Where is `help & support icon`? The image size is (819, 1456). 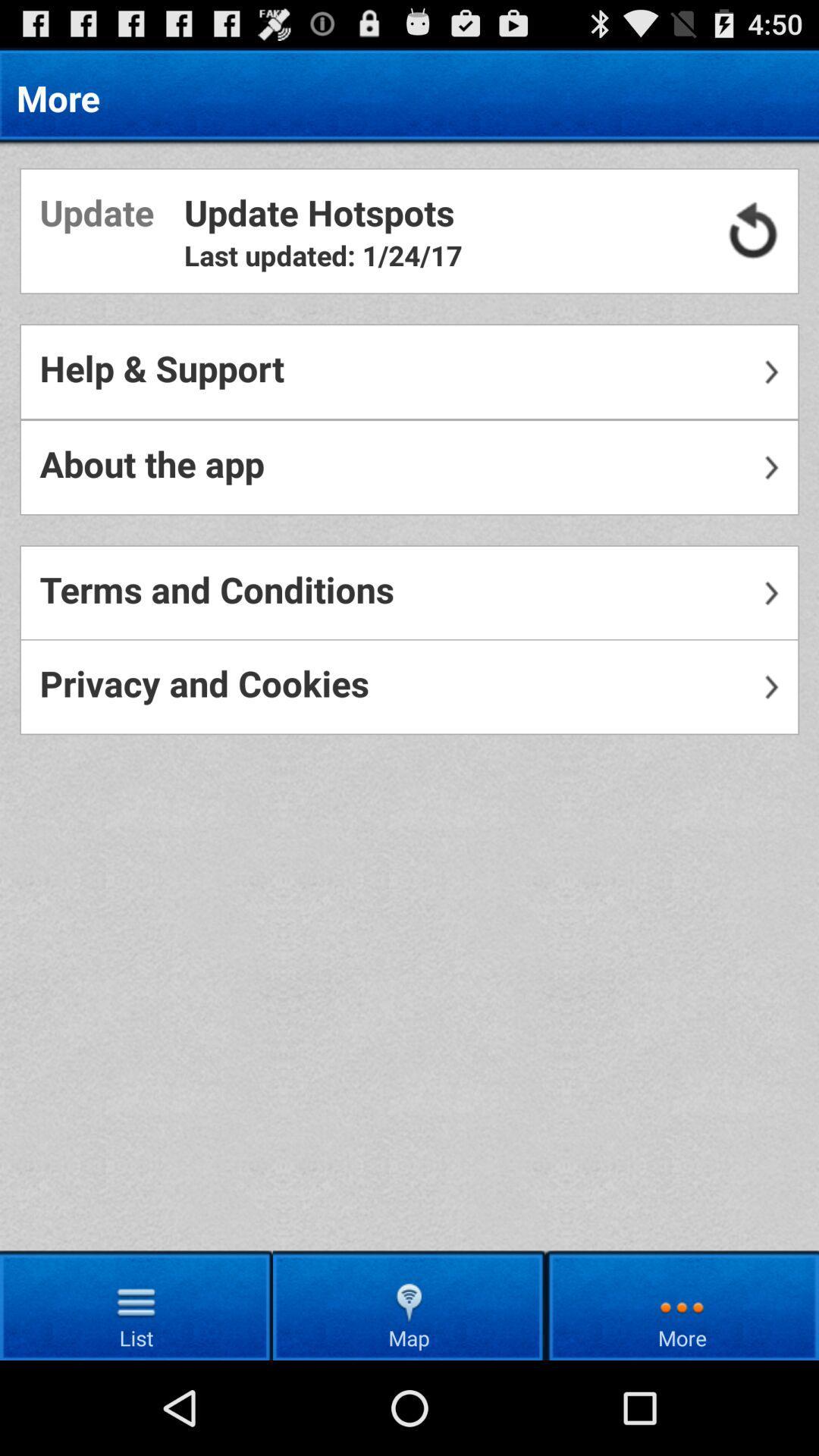 help & support icon is located at coordinates (409, 372).